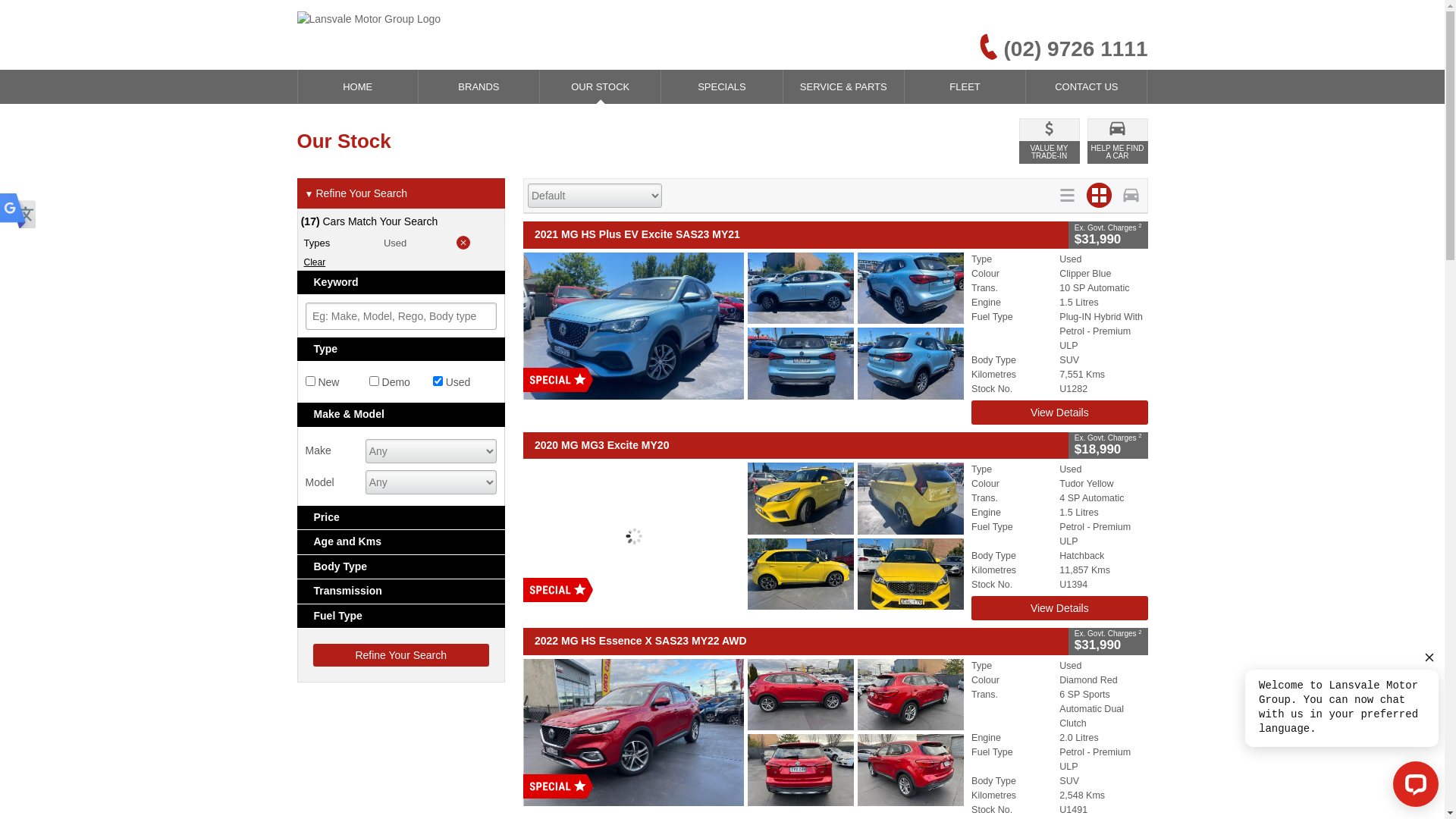 The image size is (1456, 819). I want to click on 'Keyword', so click(401, 282).